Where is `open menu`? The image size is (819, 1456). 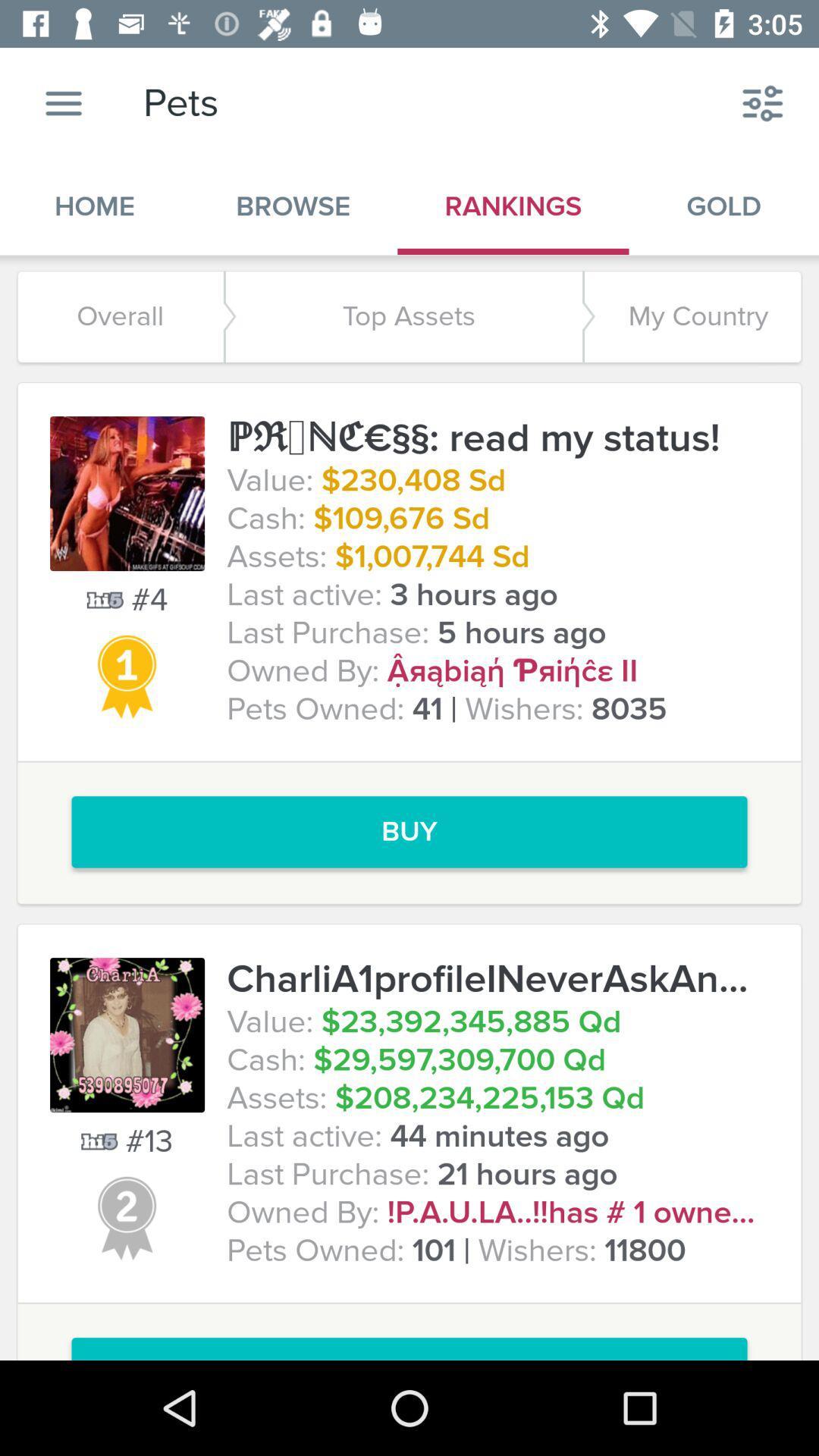 open menu is located at coordinates (63, 102).